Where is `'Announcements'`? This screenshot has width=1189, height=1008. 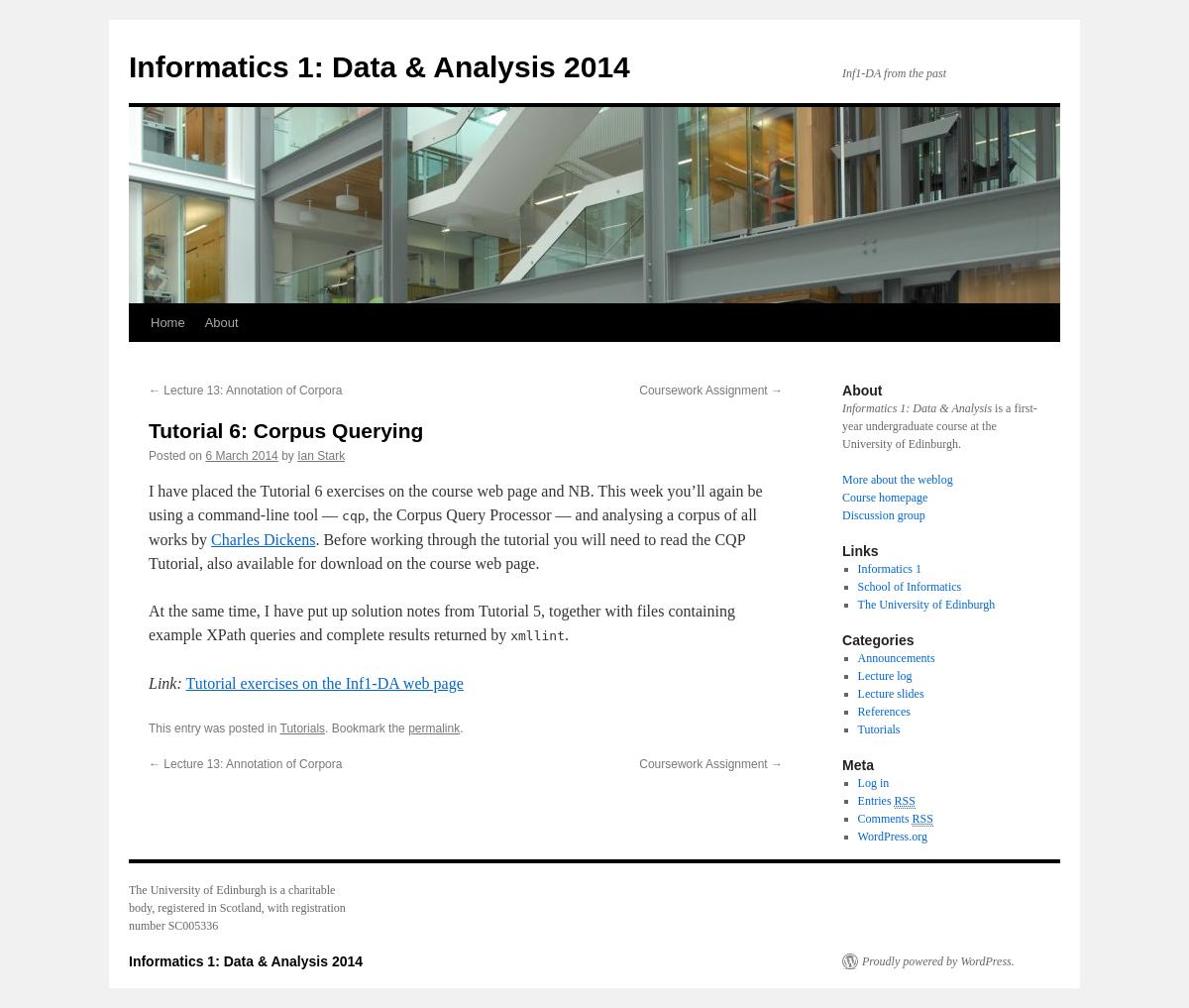
'Announcements' is located at coordinates (855, 657).